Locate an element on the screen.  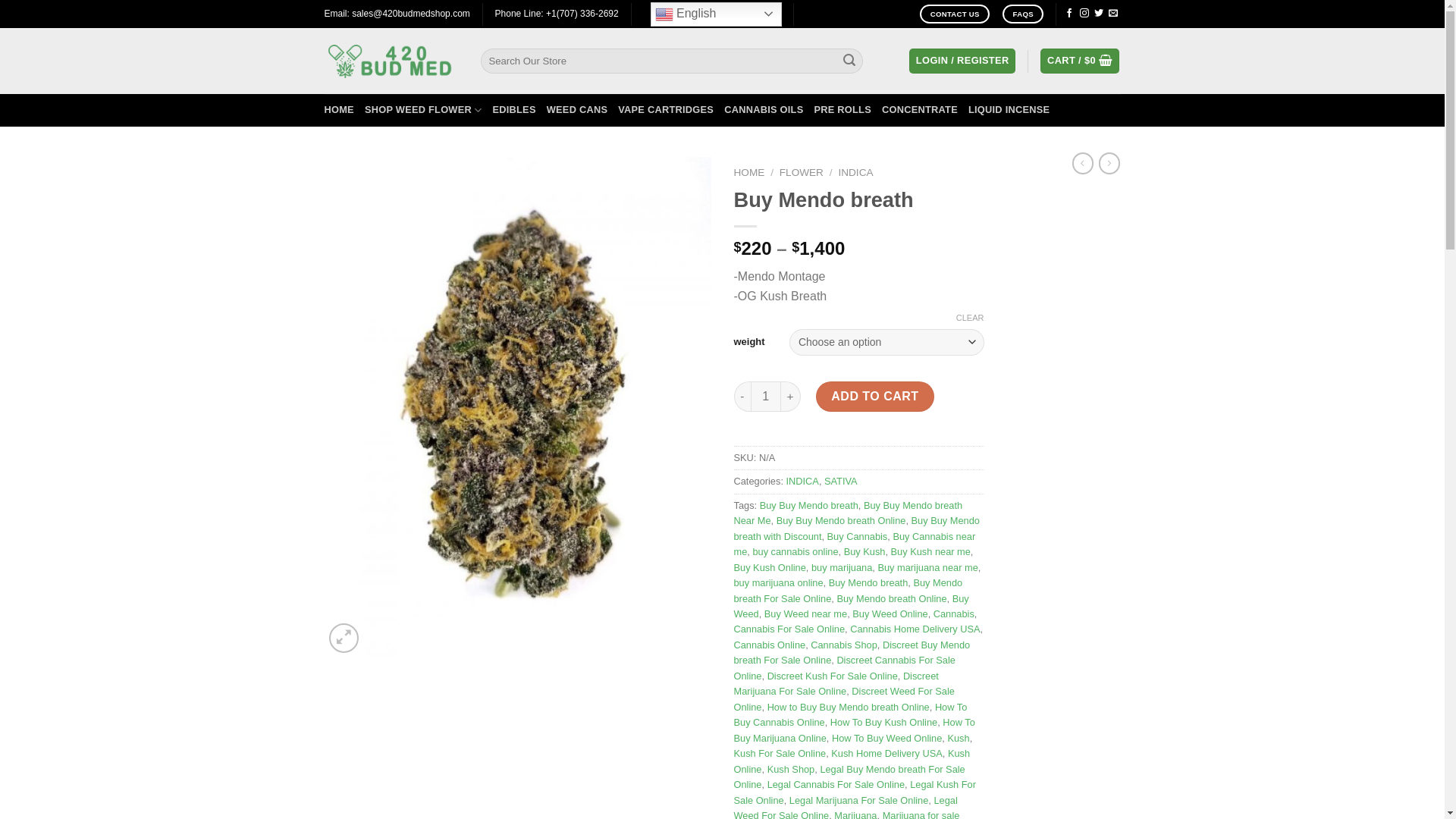
'buy cannabis online' is located at coordinates (794, 551).